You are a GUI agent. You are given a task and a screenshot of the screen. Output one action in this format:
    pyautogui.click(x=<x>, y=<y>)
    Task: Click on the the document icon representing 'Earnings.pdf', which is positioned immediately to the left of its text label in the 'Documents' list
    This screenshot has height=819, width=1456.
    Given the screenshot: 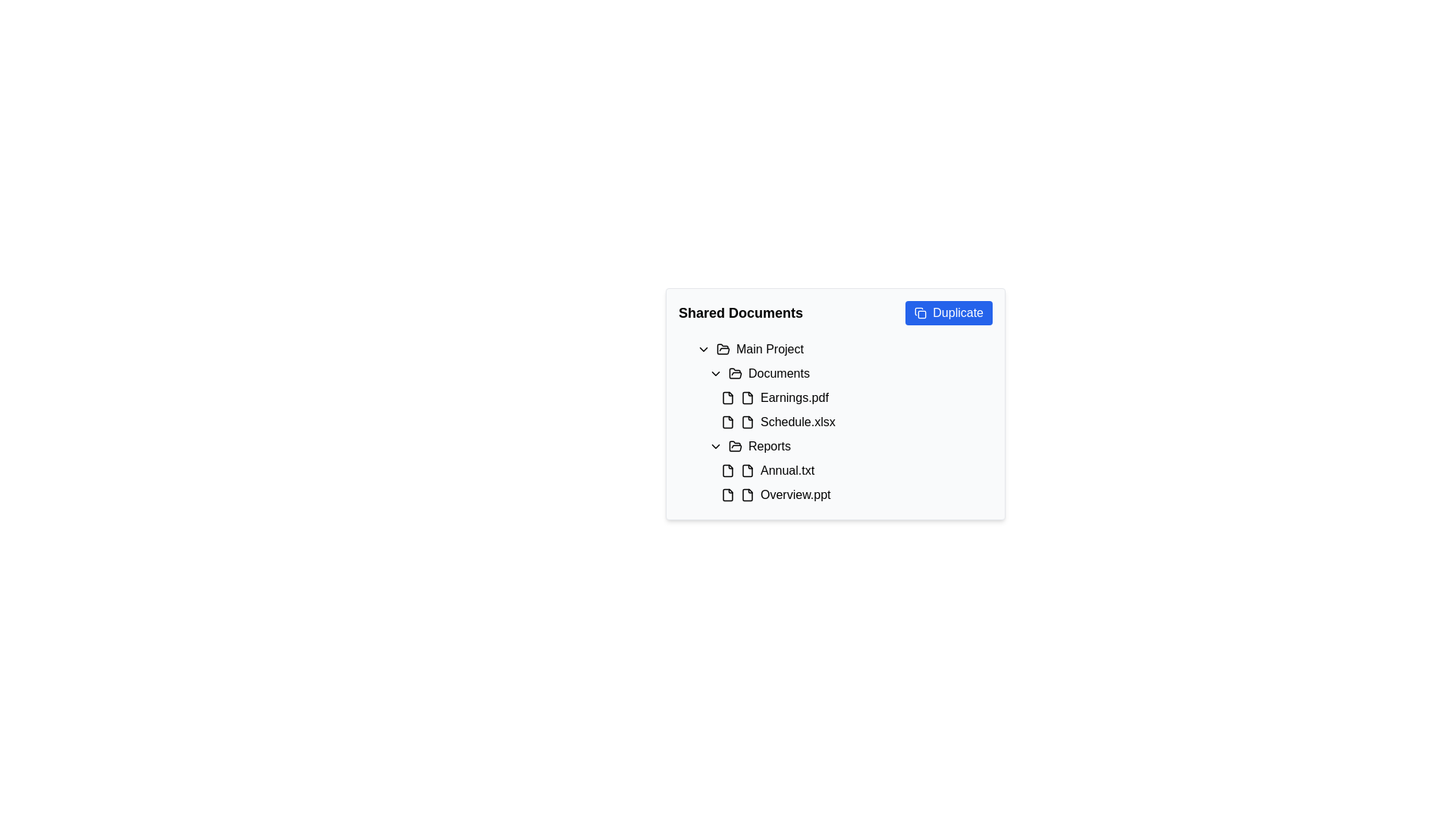 What is the action you would take?
    pyautogui.click(x=747, y=397)
    